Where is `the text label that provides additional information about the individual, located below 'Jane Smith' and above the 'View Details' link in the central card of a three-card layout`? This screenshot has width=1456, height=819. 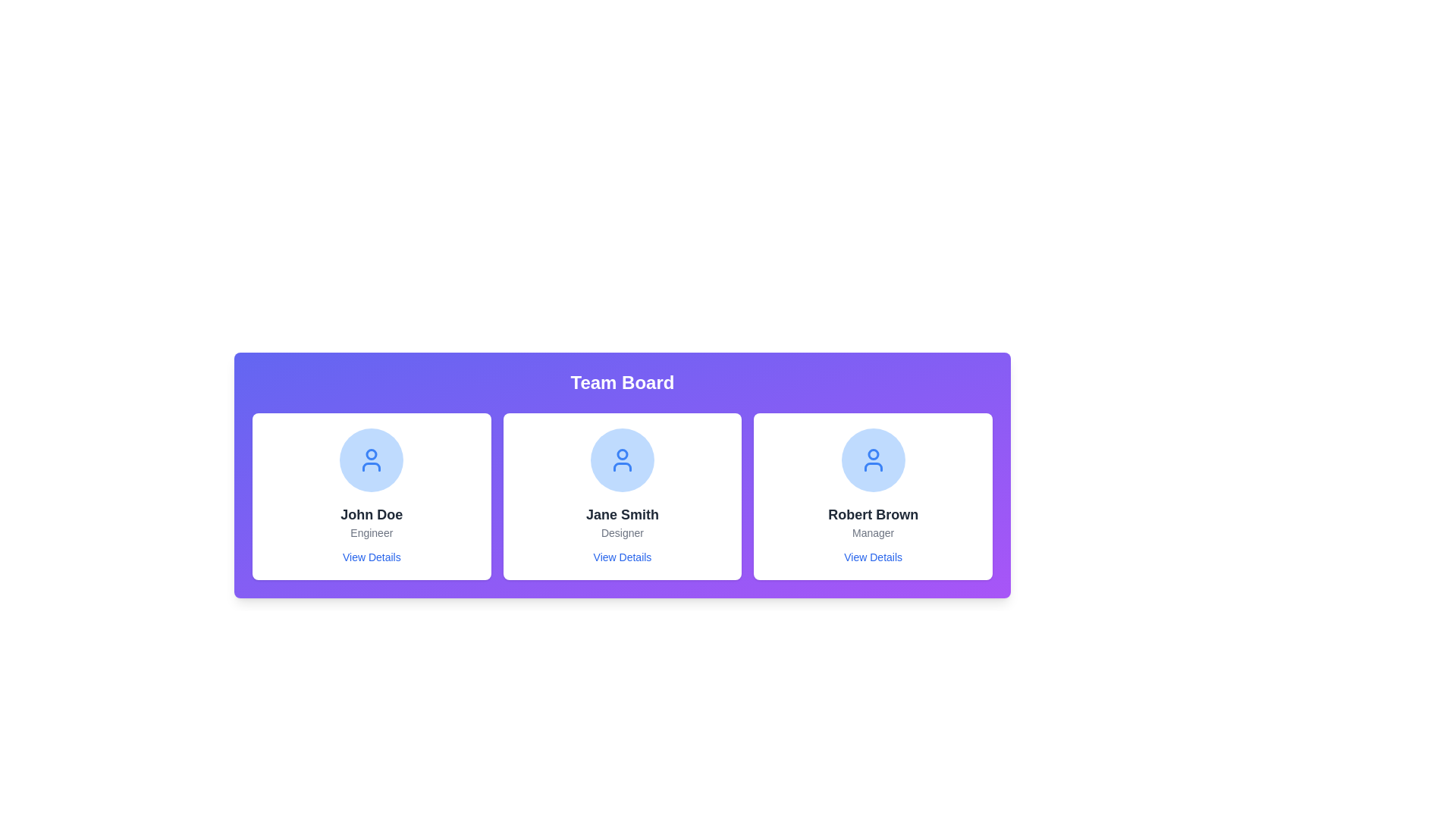 the text label that provides additional information about the individual, located below 'Jane Smith' and above the 'View Details' link in the central card of a three-card layout is located at coordinates (622, 532).